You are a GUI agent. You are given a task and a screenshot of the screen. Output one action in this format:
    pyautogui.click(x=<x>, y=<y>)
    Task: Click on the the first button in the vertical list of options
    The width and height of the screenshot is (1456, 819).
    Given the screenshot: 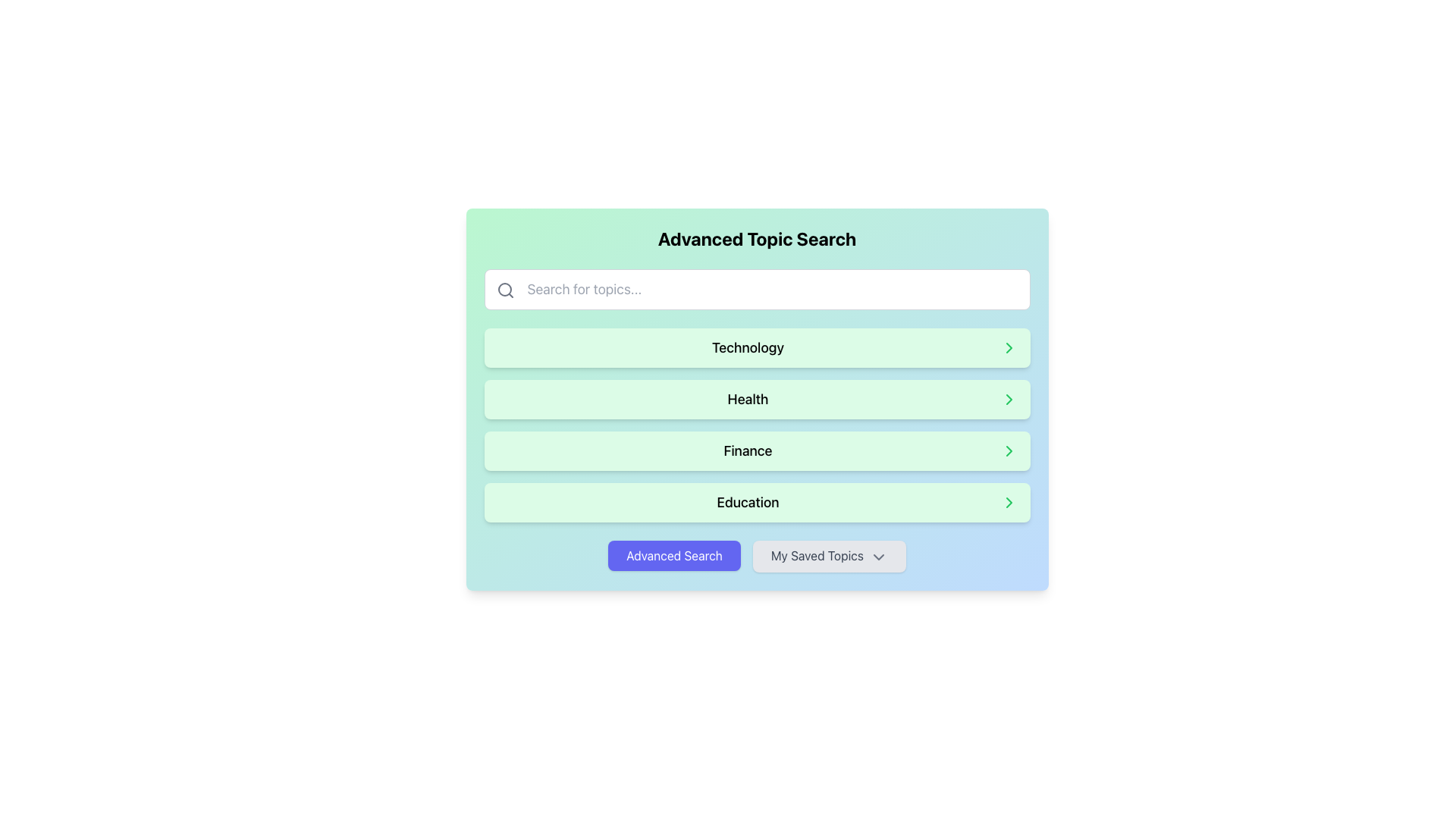 What is the action you would take?
    pyautogui.click(x=757, y=348)
    